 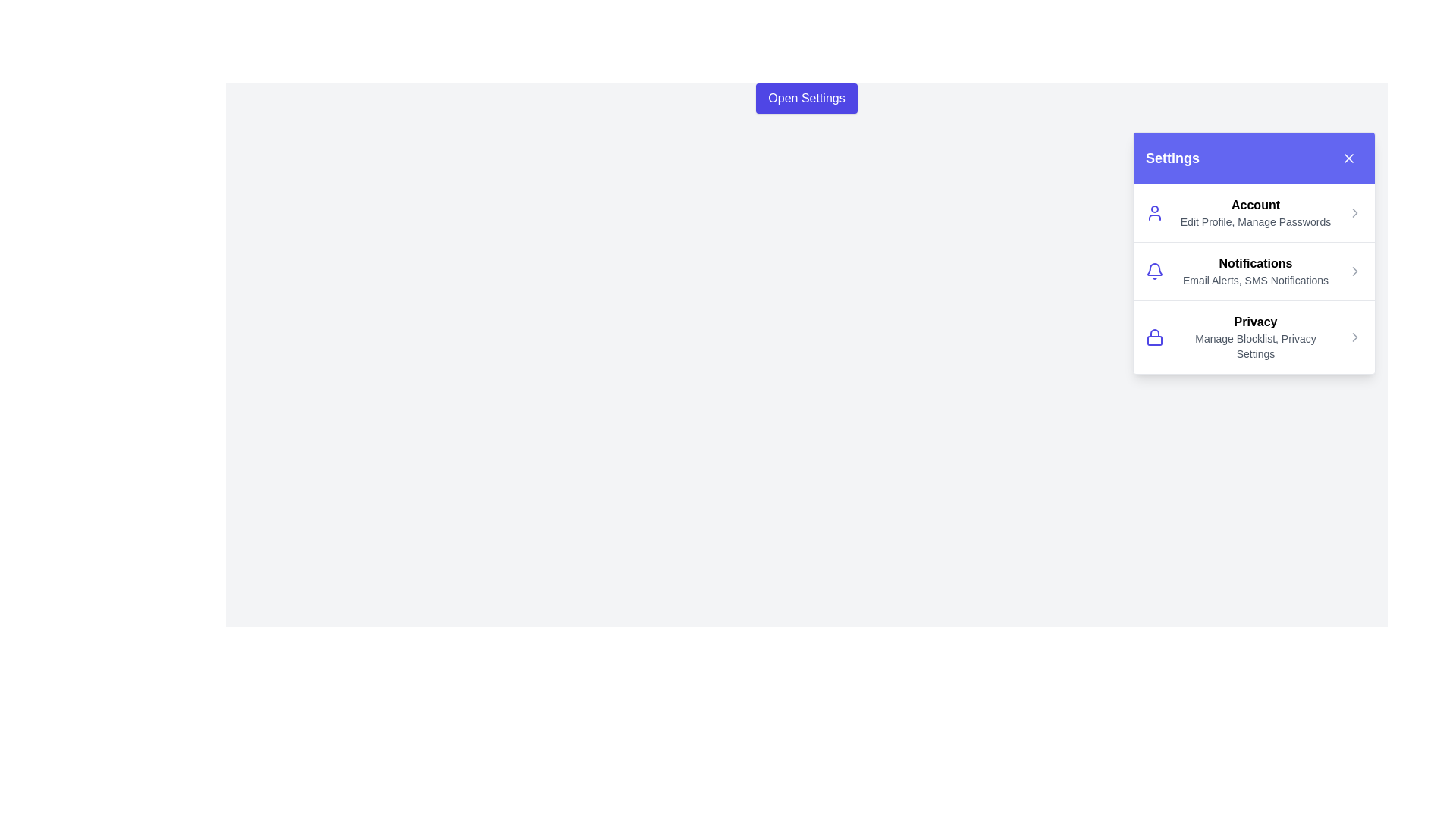 I want to click on the 'Account' Label in the 'Settings' menu, which precedes the text 'Edit Profile, Manage Passwords', so click(x=1256, y=205).